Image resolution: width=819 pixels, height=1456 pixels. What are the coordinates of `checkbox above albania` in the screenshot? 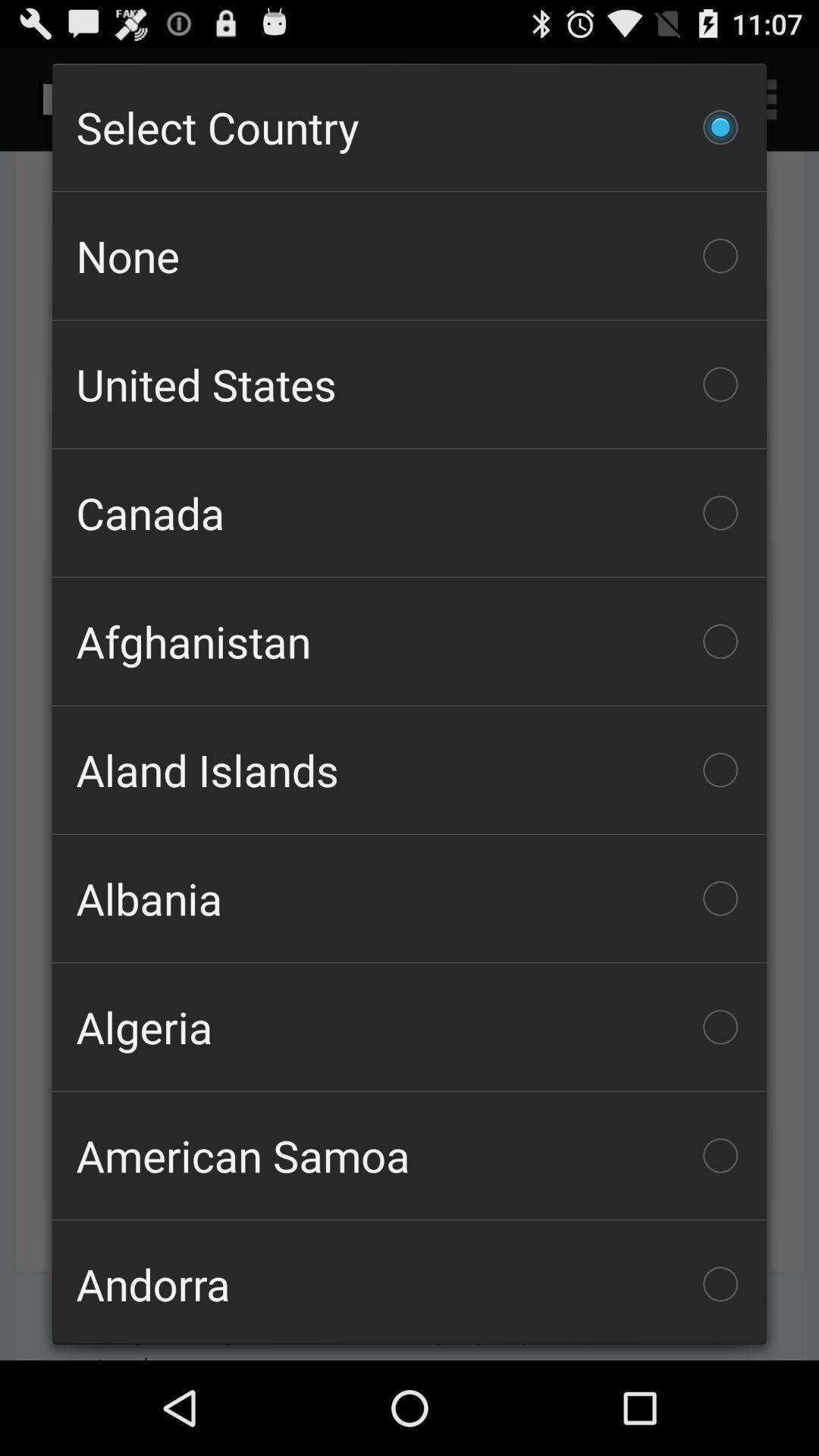 It's located at (409, 770).